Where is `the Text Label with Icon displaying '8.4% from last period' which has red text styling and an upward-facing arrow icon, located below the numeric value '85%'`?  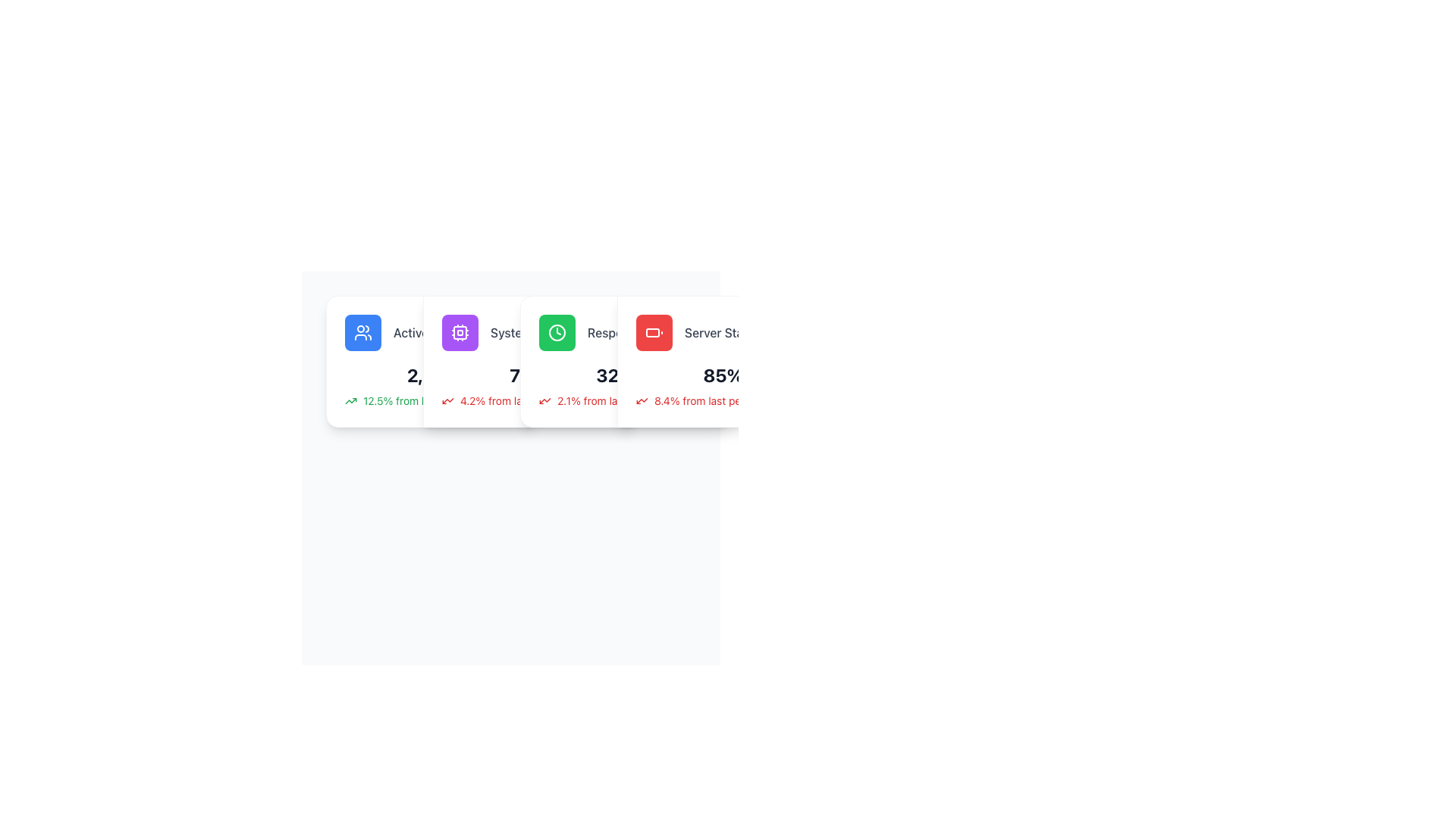
the Text Label with Icon displaying '8.4% from last period' which has red text styling and an upward-facing arrow icon, located below the numeric value '85%' is located at coordinates (723, 400).